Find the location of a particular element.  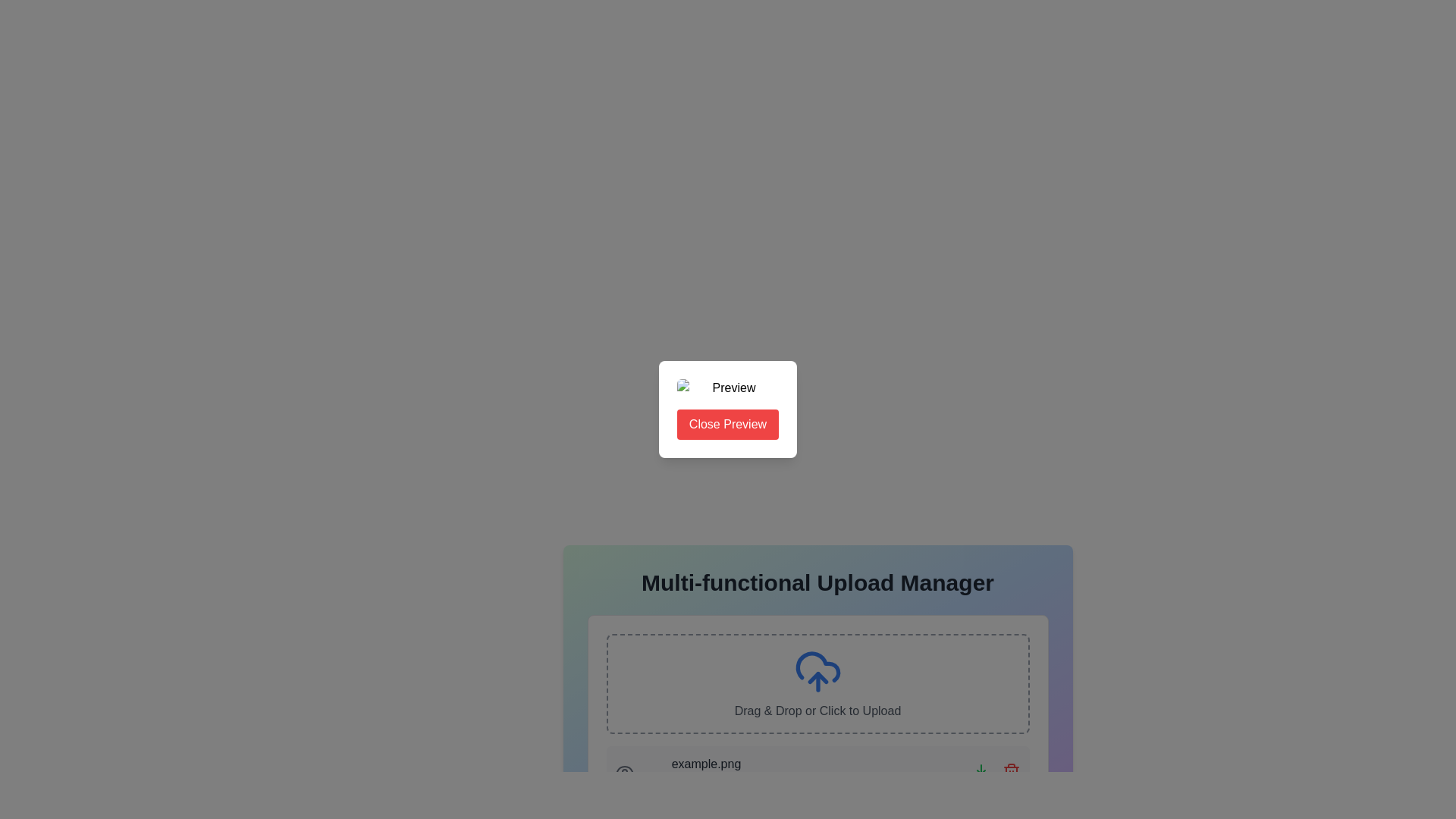

the delete icon button located on the far right side of the horizontal row of icons to observe the hover effect is located at coordinates (1011, 772).